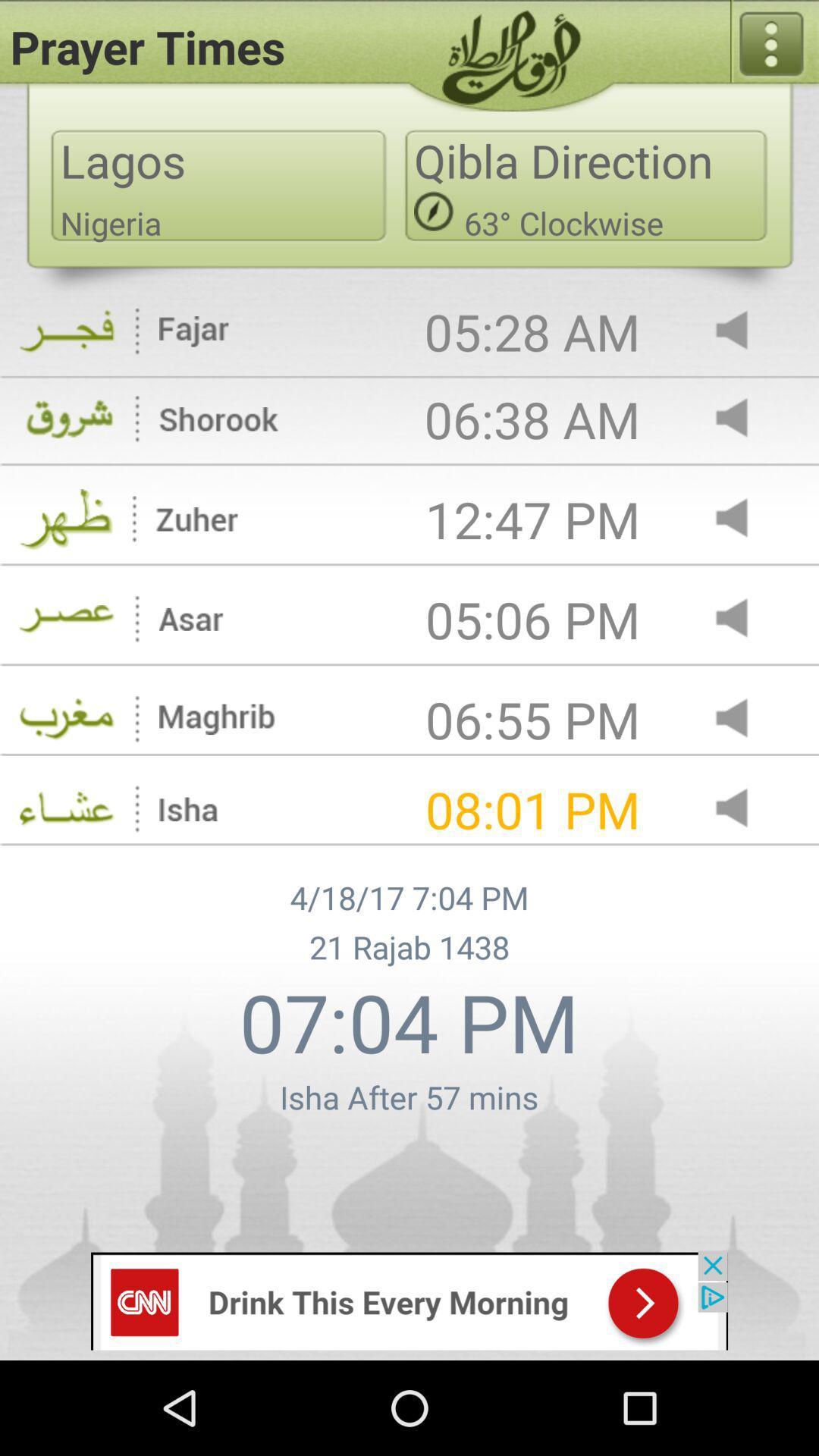 The image size is (819, 1456). I want to click on link to advertisement, so click(409, 1299).